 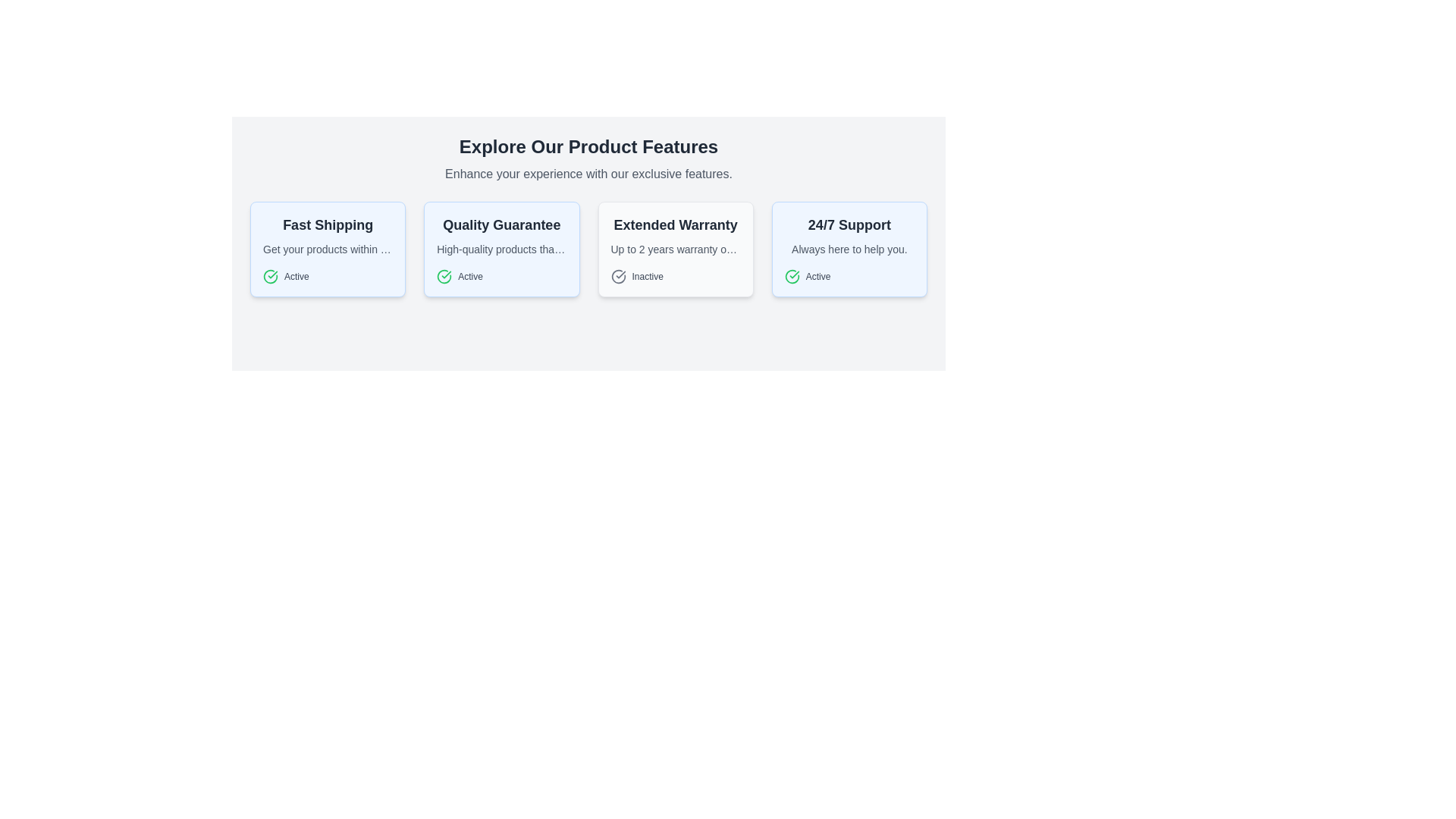 I want to click on the subtitle text located directly below the title 'Explore Our Product Features.', so click(x=588, y=174).